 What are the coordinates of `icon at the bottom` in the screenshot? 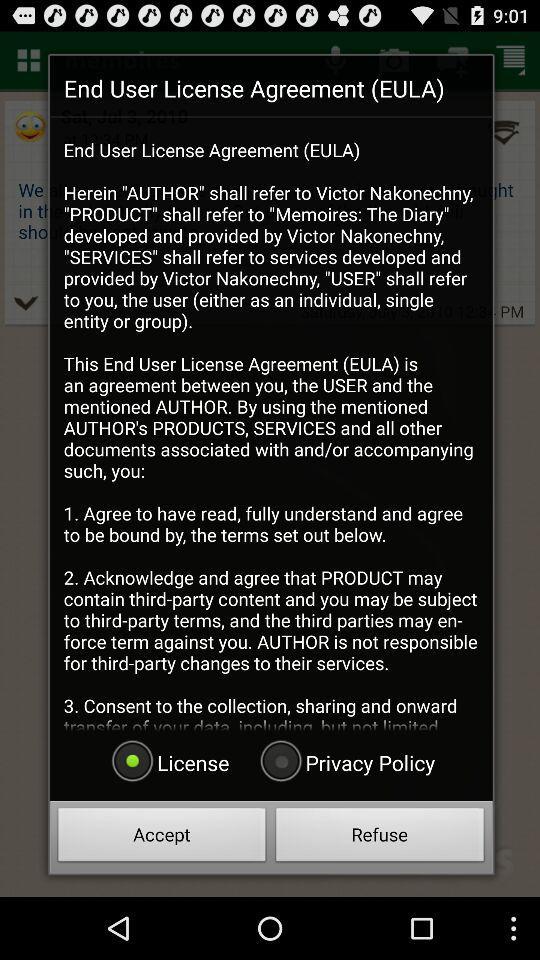 It's located at (344, 761).